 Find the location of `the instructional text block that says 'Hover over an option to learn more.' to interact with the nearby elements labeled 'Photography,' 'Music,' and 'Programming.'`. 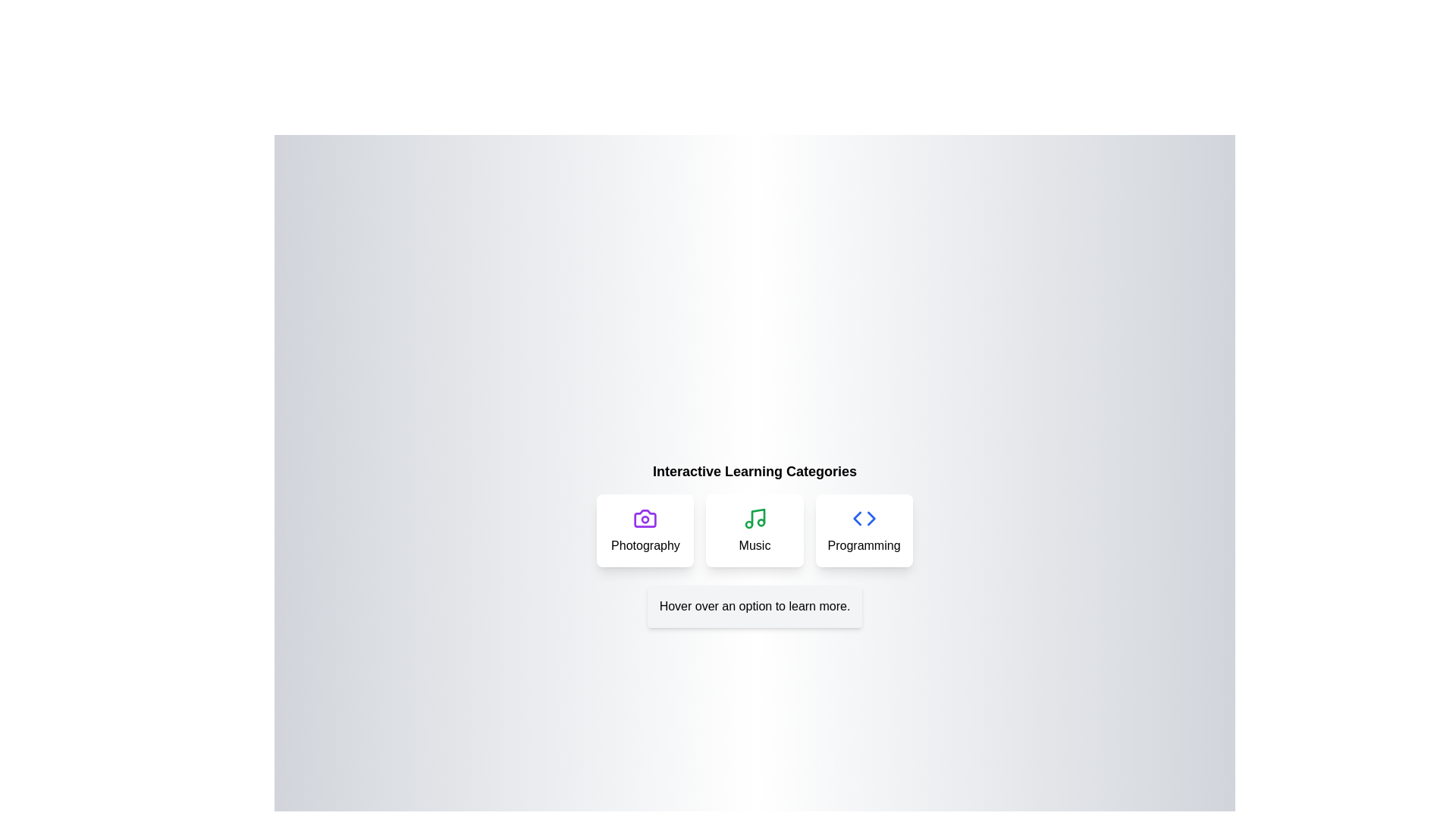

the instructional text block that says 'Hover over an option to learn more.' to interact with the nearby elements labeled 'Photography,' 'Music,' and 'Programming.' is located at coordinates (755, 605).